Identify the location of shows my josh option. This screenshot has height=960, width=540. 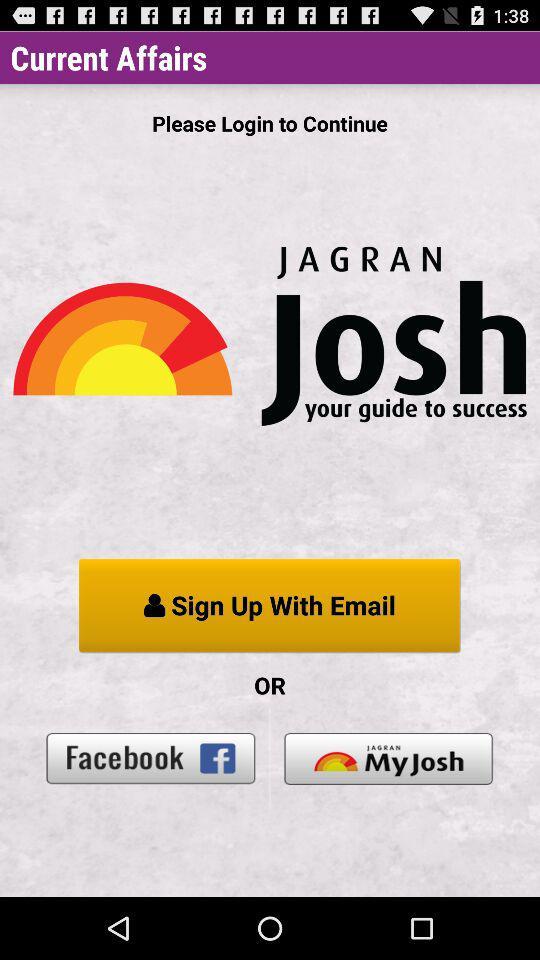
(388, 757).